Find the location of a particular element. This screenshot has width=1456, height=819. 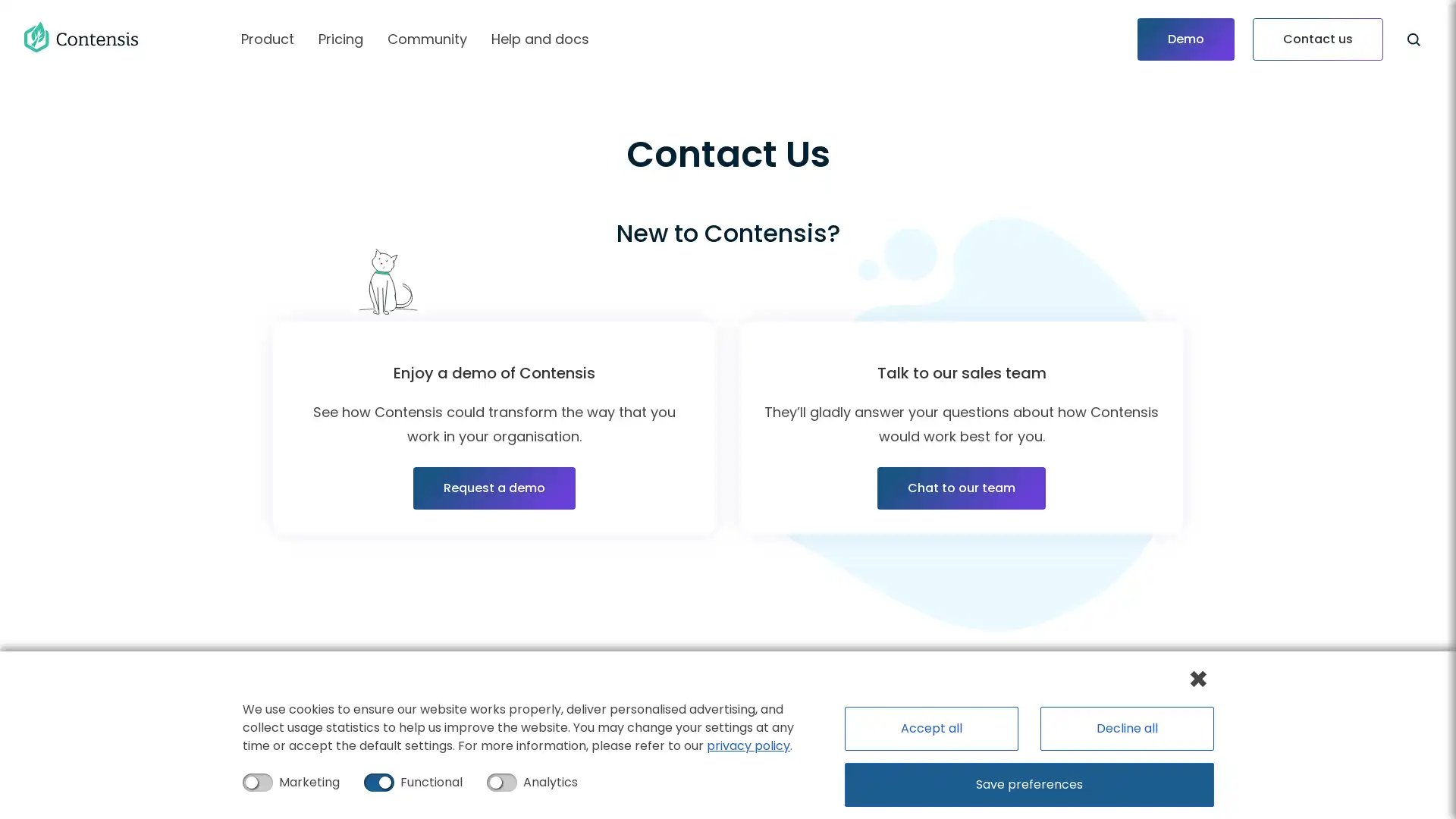

Decline all is located at coordinates (1125, 727).